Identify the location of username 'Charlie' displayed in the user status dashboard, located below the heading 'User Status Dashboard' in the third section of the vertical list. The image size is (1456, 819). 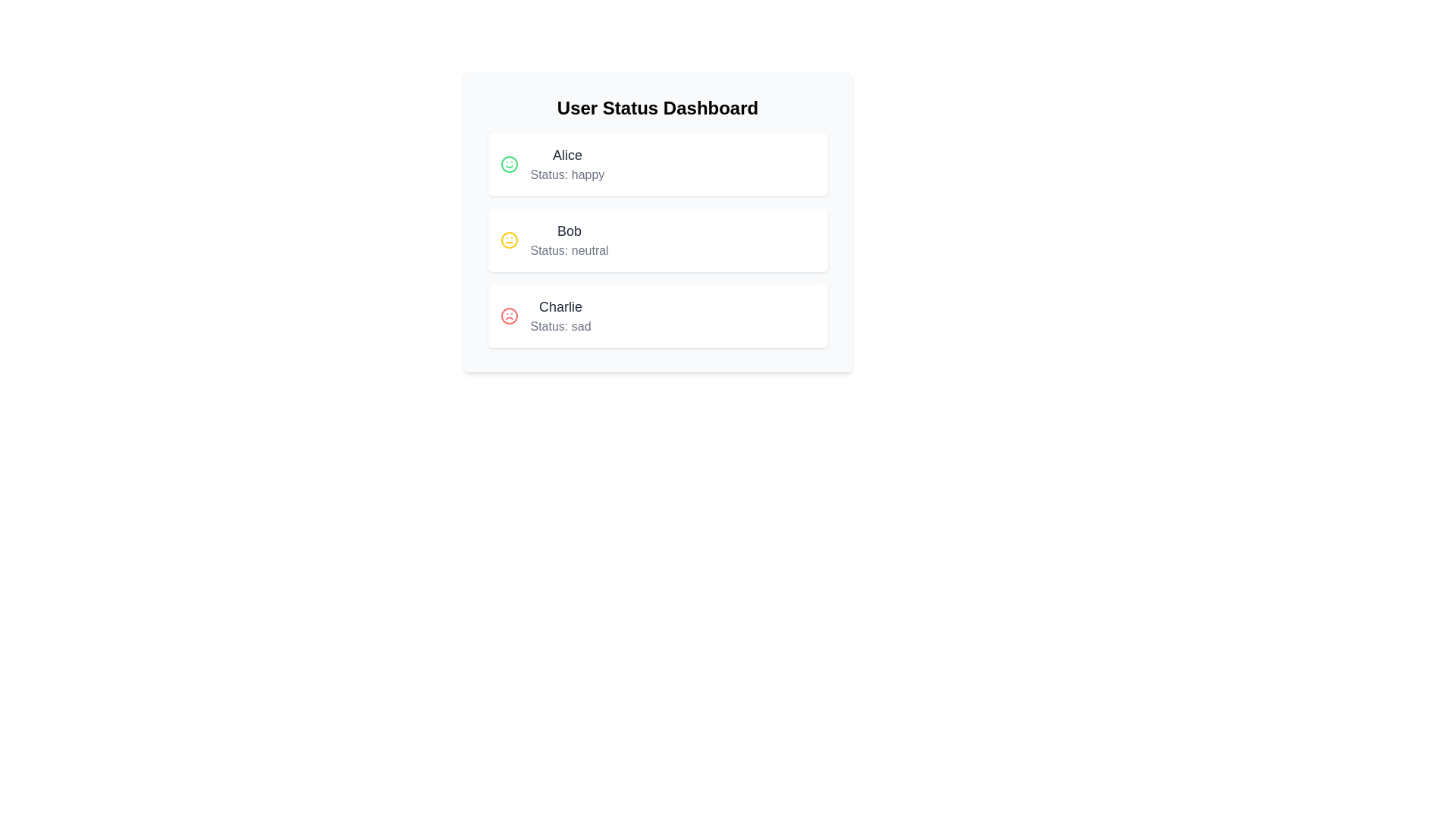
(560, 307).